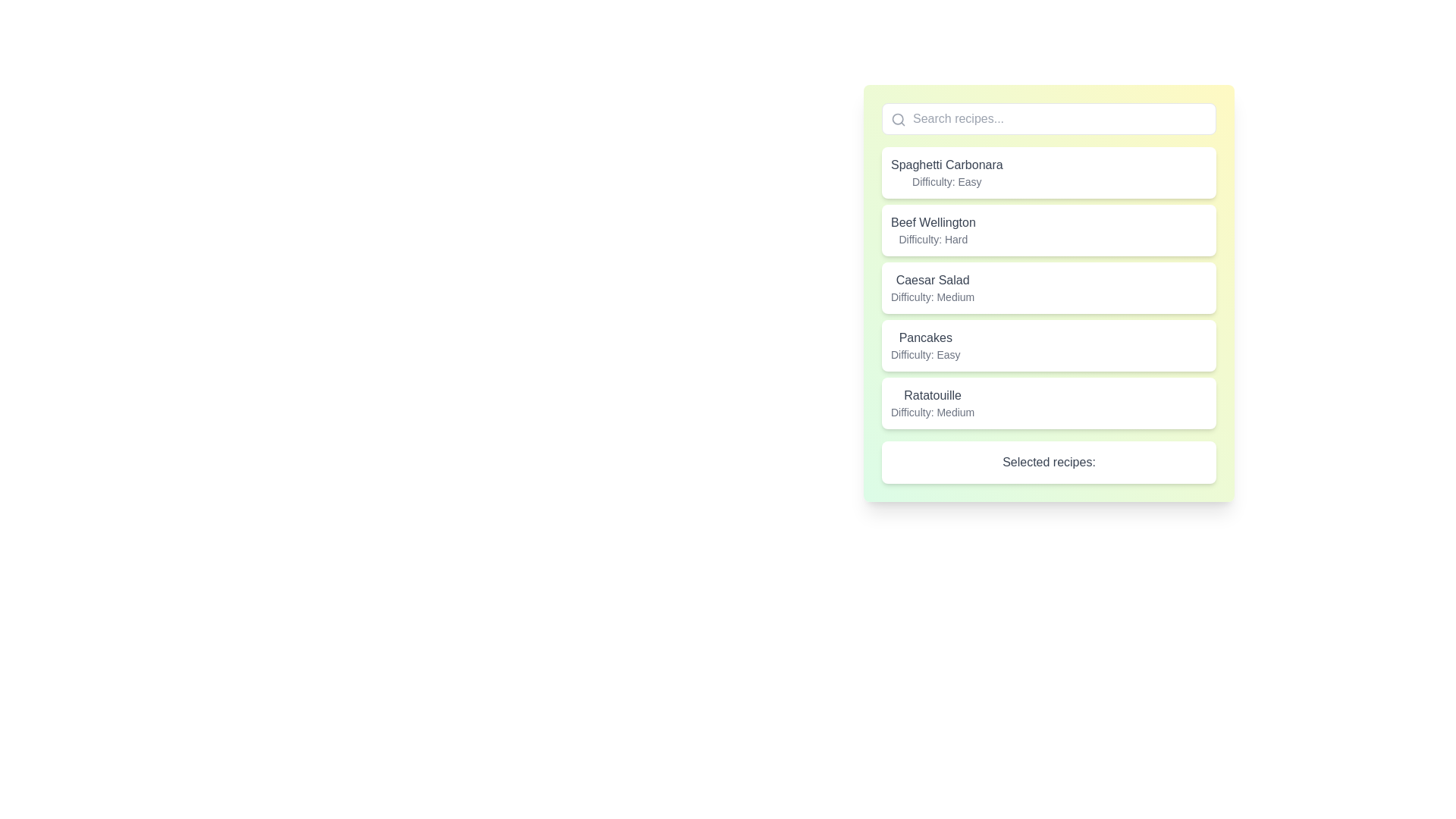  What do you see at coordinates (1048, 171) in the screenshot?
I see `the selectable recipe item labeled 'Spaghetti Carbonara'` at bounding box center [1048, 171].